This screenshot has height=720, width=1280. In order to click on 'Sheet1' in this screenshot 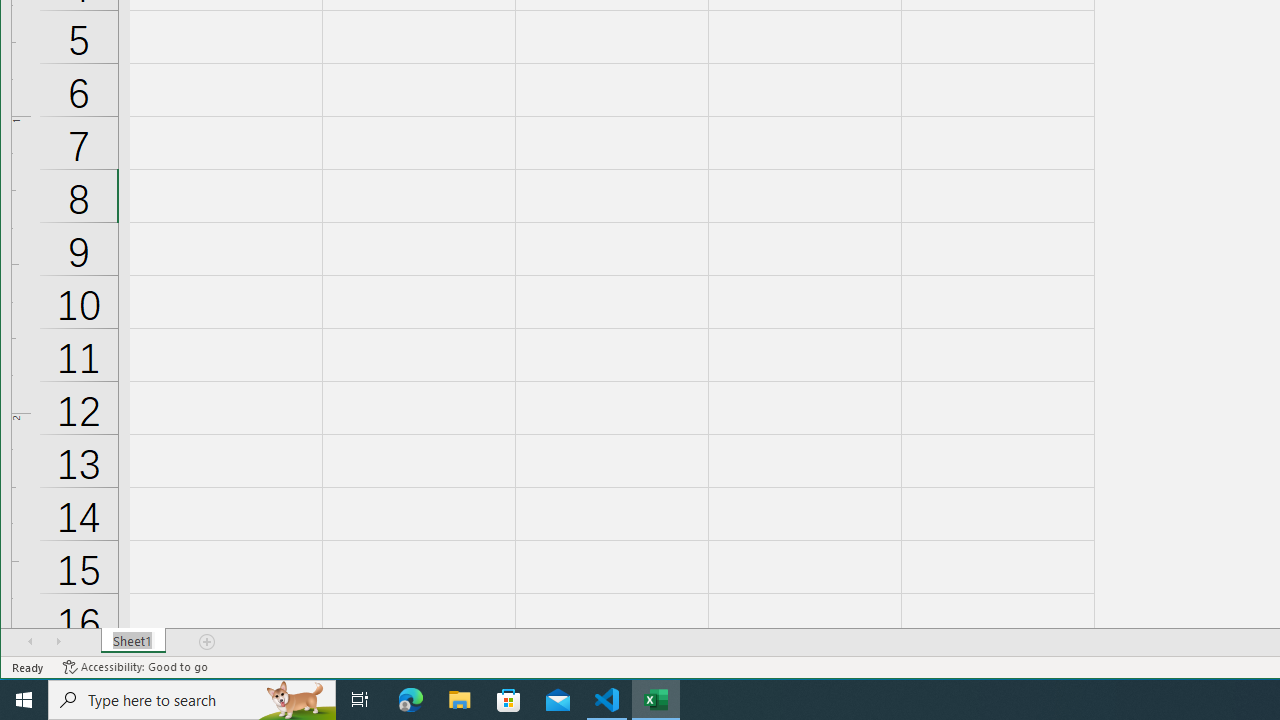, I will do `click(132, 641)`.